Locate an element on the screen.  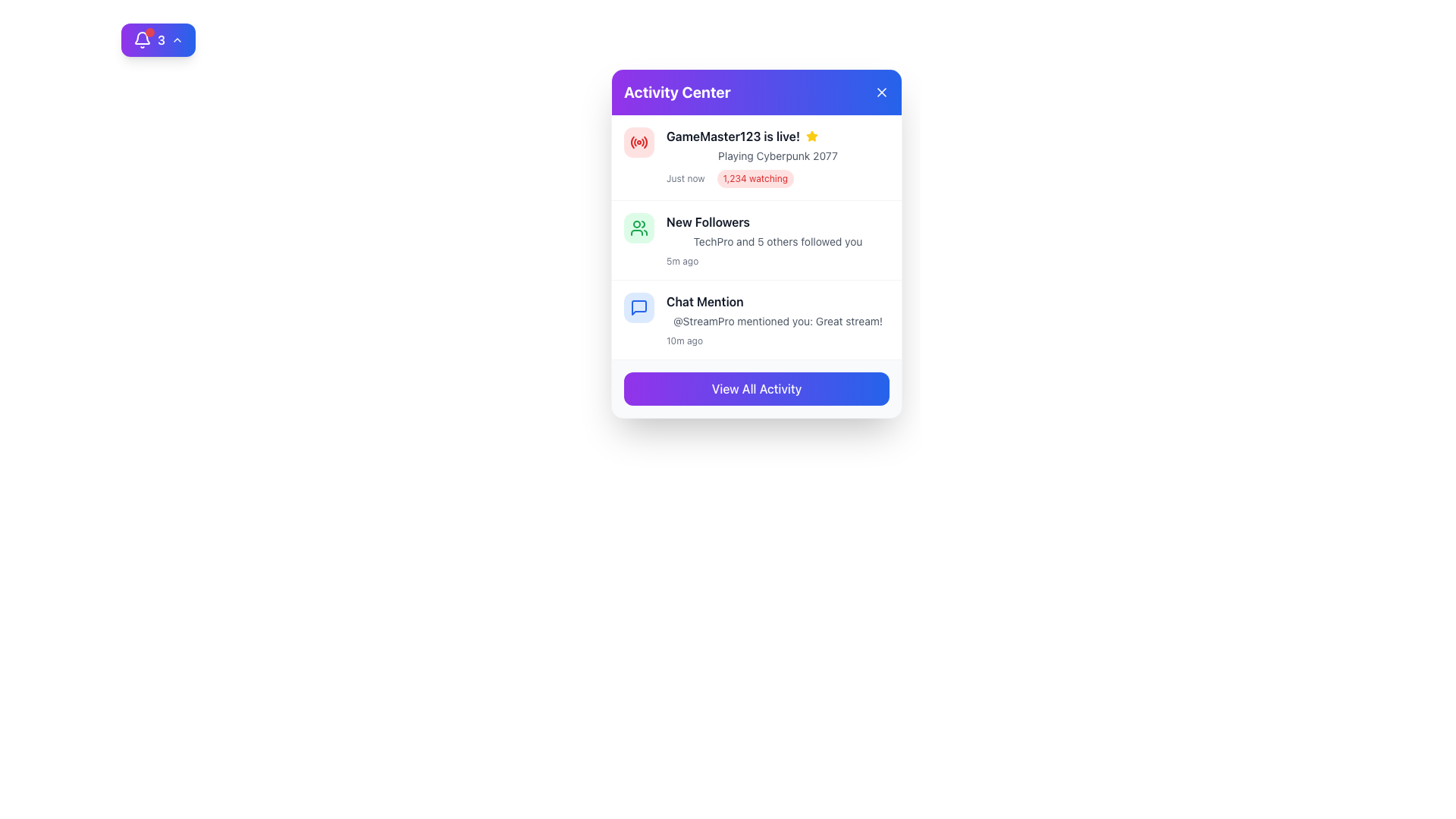
the text label that reads '@StreamPro mentioned you: Great stream!' located in the 'Activity Center' dropdown panel under the 'Chat Mention' section is located at coordinates (778, 321).